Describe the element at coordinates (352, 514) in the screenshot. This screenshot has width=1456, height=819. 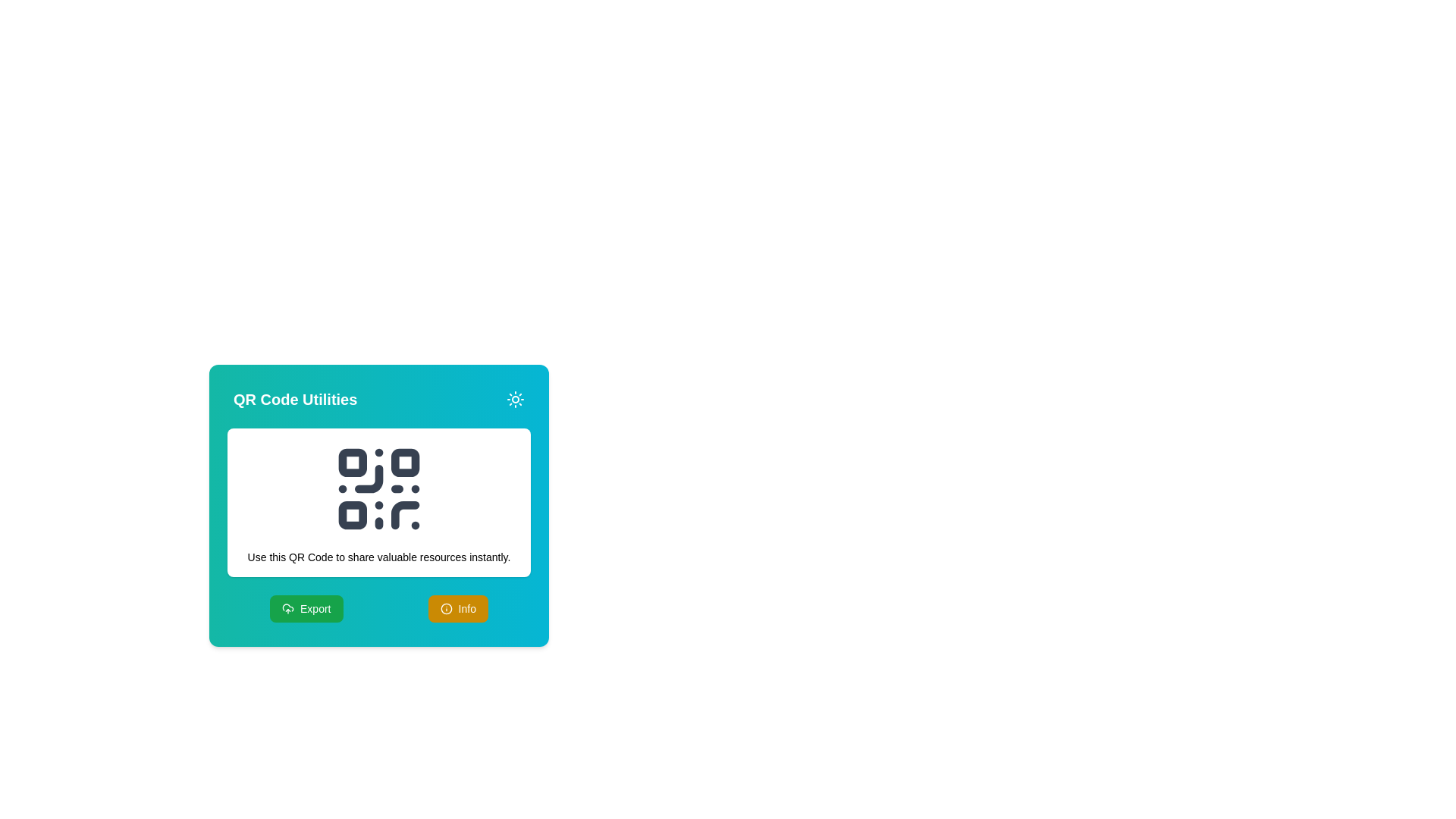
I see `the third small block in the QR code, located towards the bottom left of the QR code grid, which is part of a 3x3 grid pattern` at that location.